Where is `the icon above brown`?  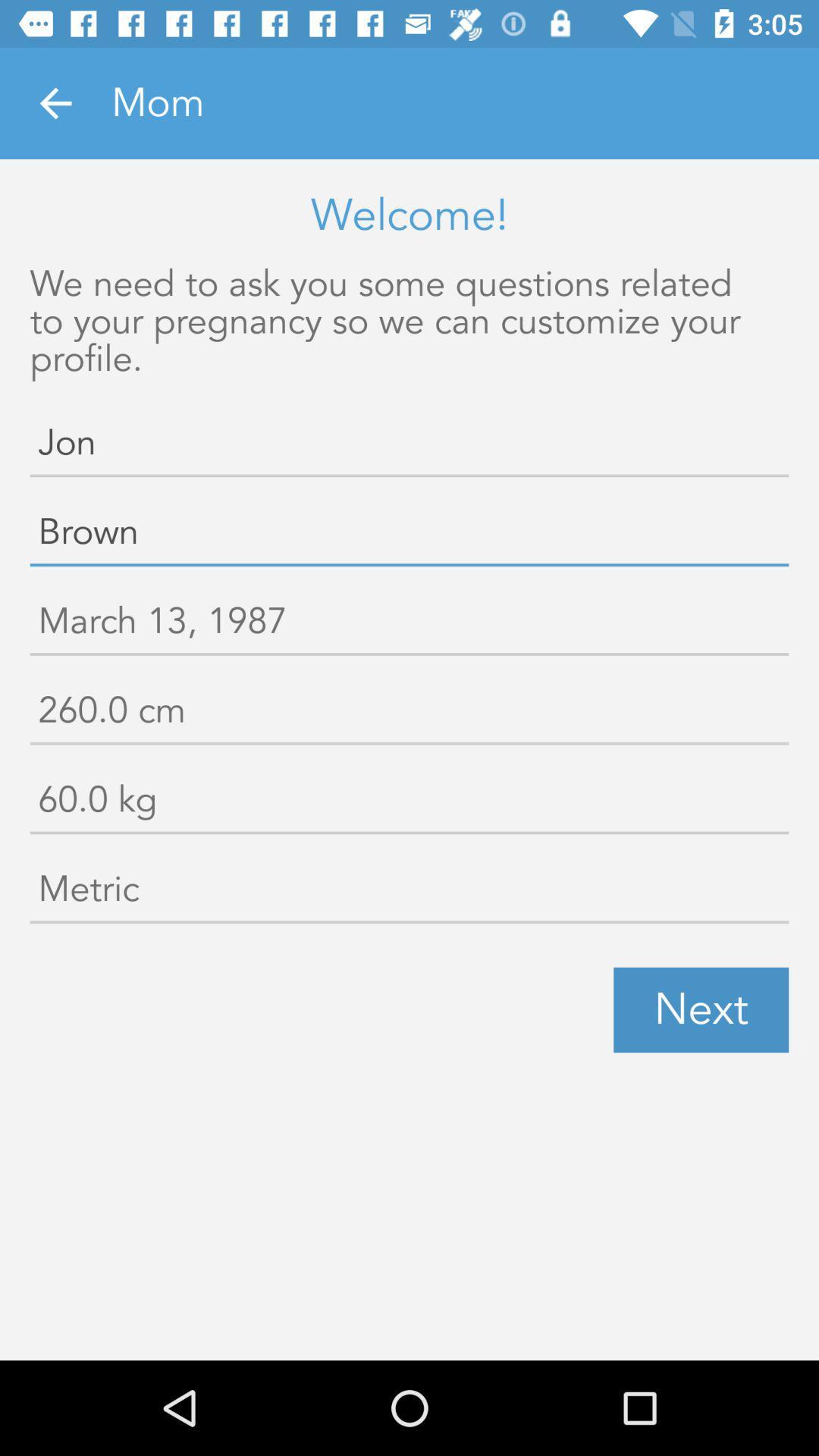
the icon above brown is located at coordinates (409, 445).